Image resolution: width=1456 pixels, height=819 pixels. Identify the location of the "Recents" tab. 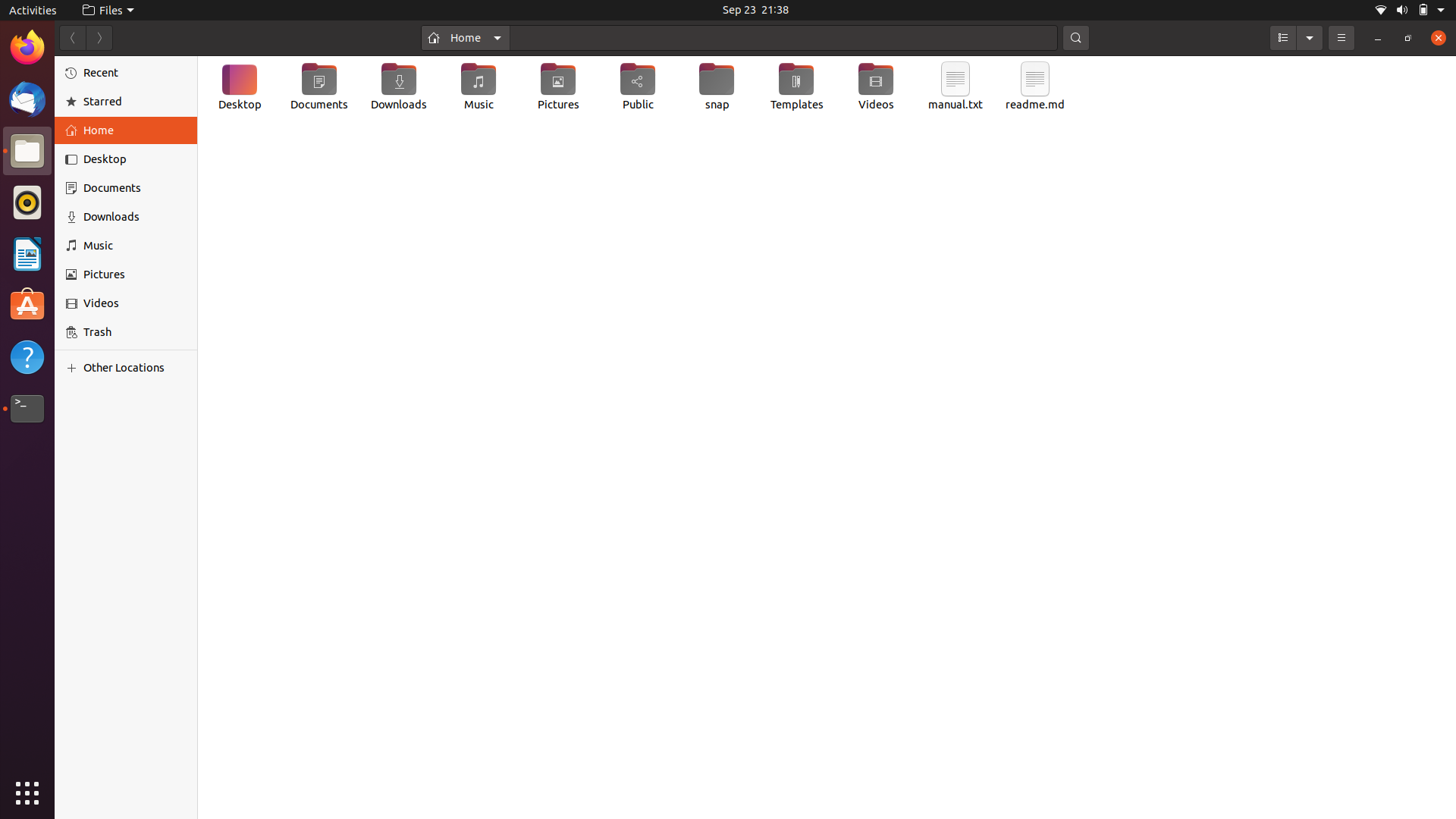
(126, 71).